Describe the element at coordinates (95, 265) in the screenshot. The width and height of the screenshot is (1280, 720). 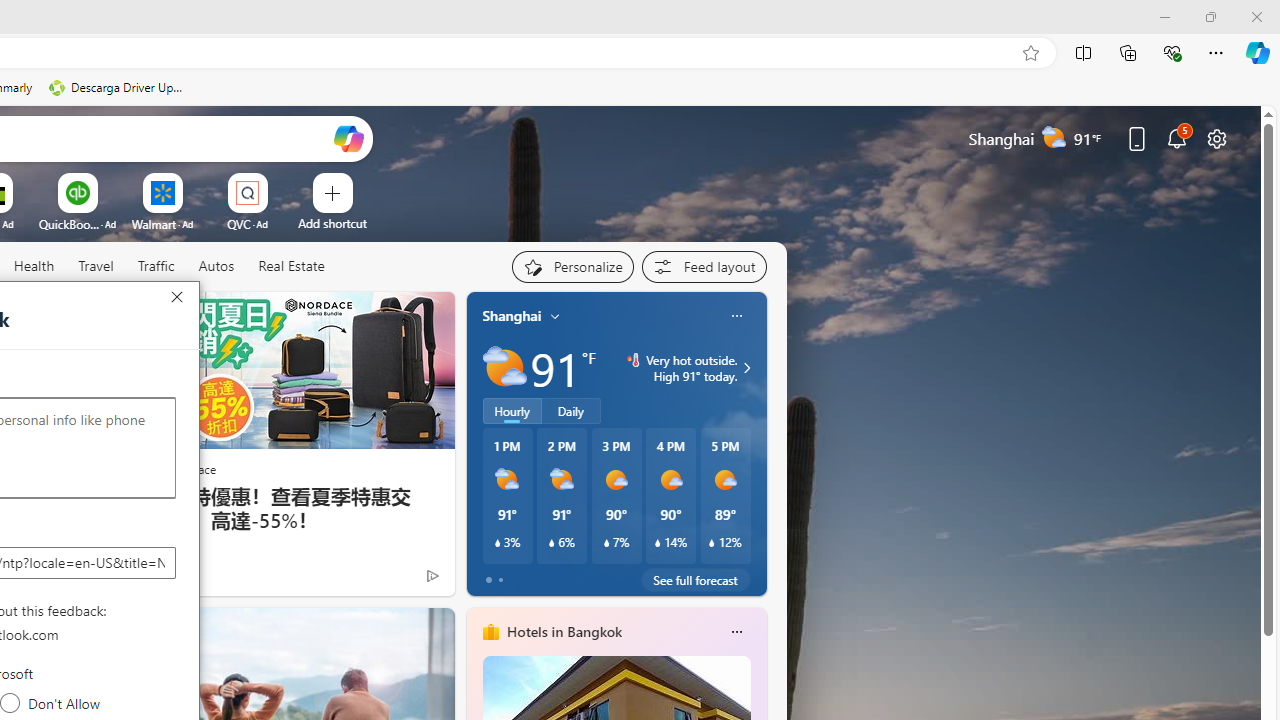
I see `'Travel'` at that location.